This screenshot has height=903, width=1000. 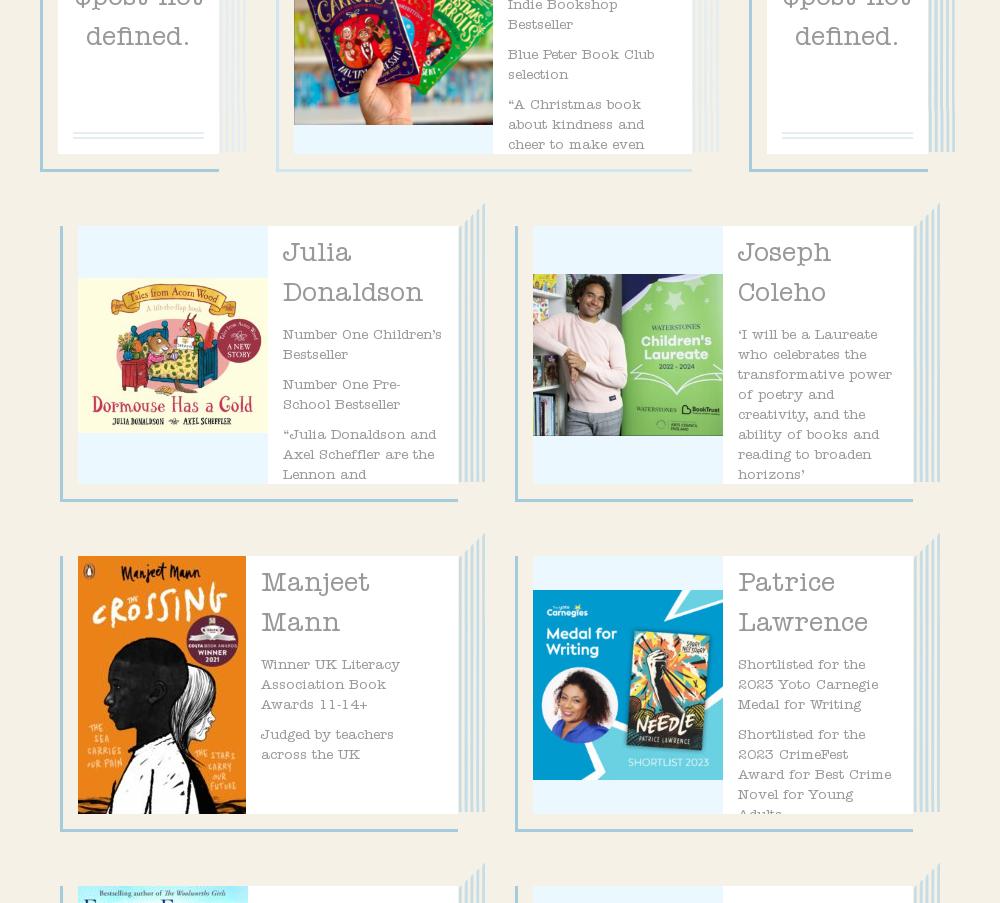 I want to click on 'Joseph Coleho', so click(x=784, y=274).